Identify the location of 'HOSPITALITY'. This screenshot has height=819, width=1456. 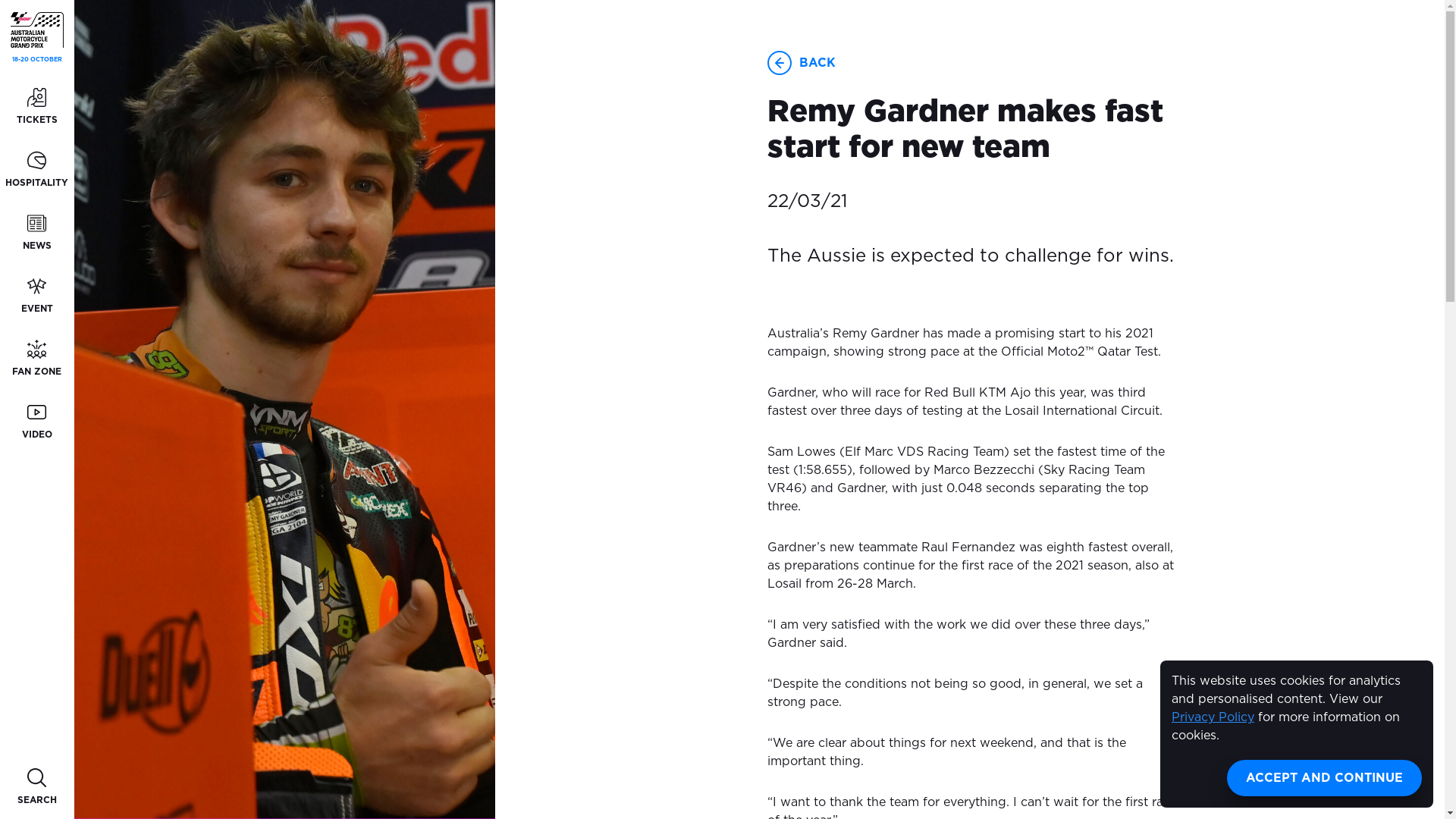
(36, 170).